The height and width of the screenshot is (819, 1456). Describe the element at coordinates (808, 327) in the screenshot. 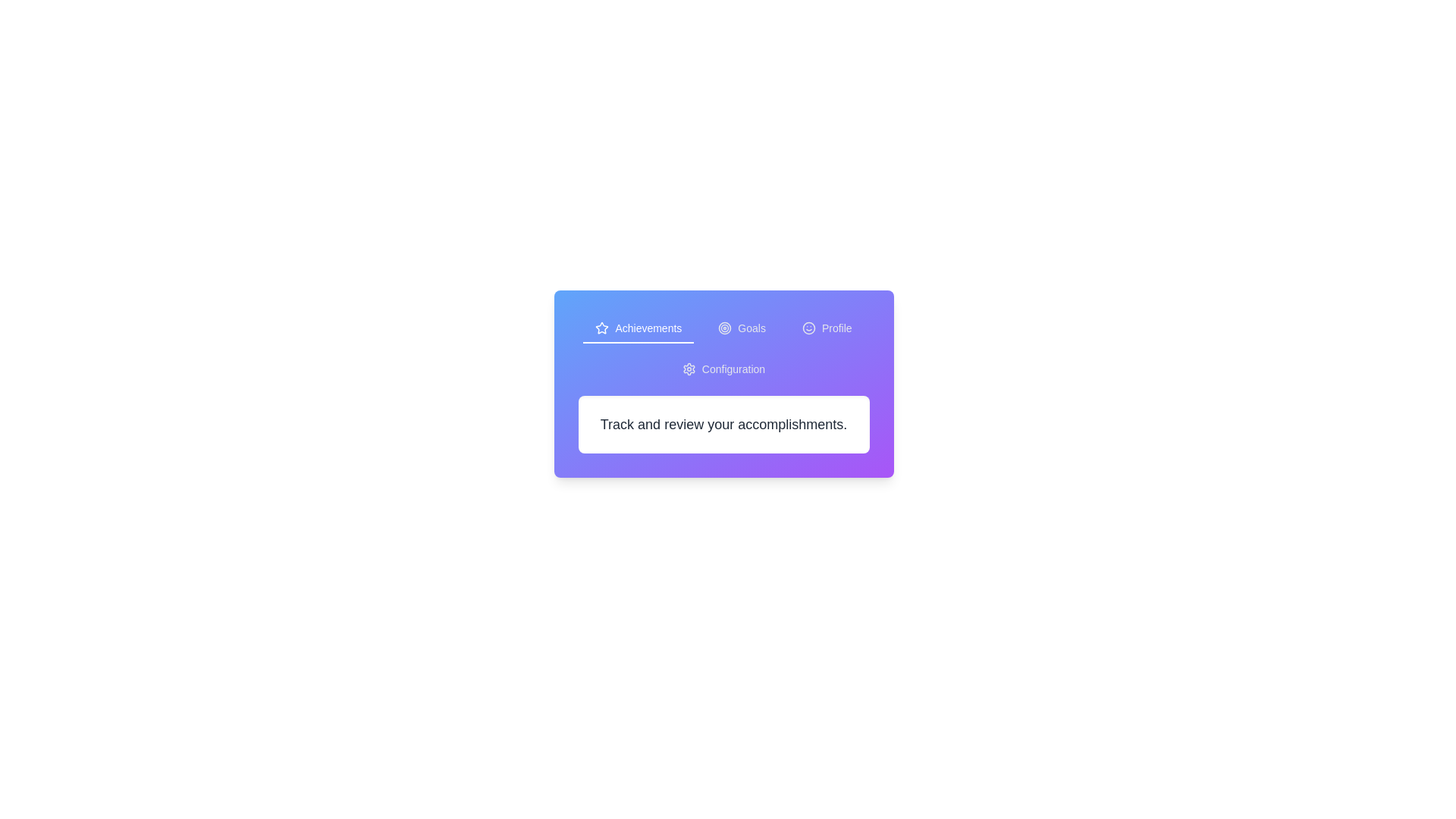

I see `the icon associated with the Profile tab to verify its functionality` at that location.